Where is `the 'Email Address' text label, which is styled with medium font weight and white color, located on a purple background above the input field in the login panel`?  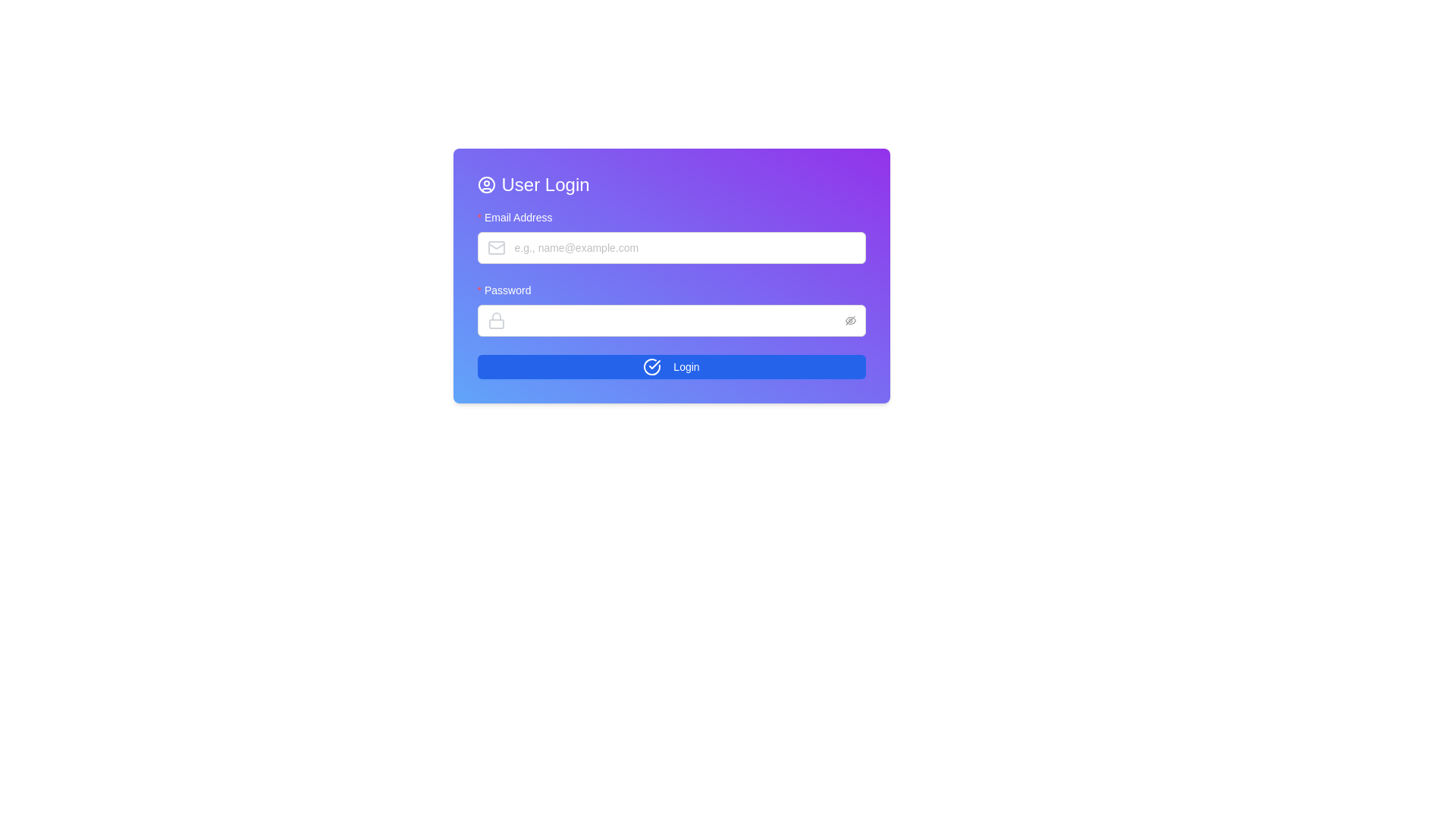
the 'Email Address' text label, which is styled with medium font weight and white color, located on a purple background above the input field in the login panel is located at coordinates (519, 217).